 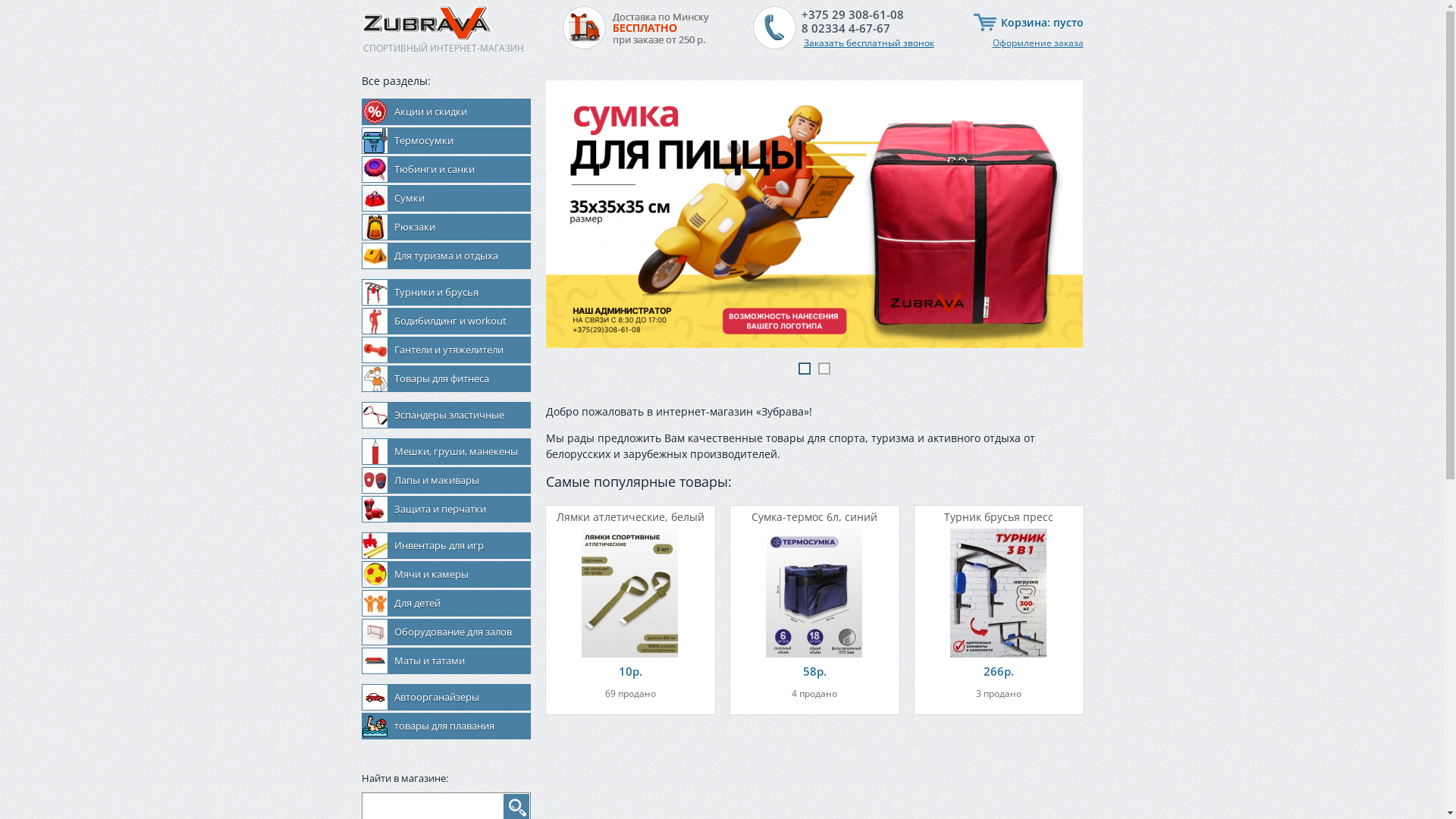 What do you see at coordinates (800, 28) in the screenshot?
I see `'8 02334 4-67-67'` at bounding box center [800, 28].